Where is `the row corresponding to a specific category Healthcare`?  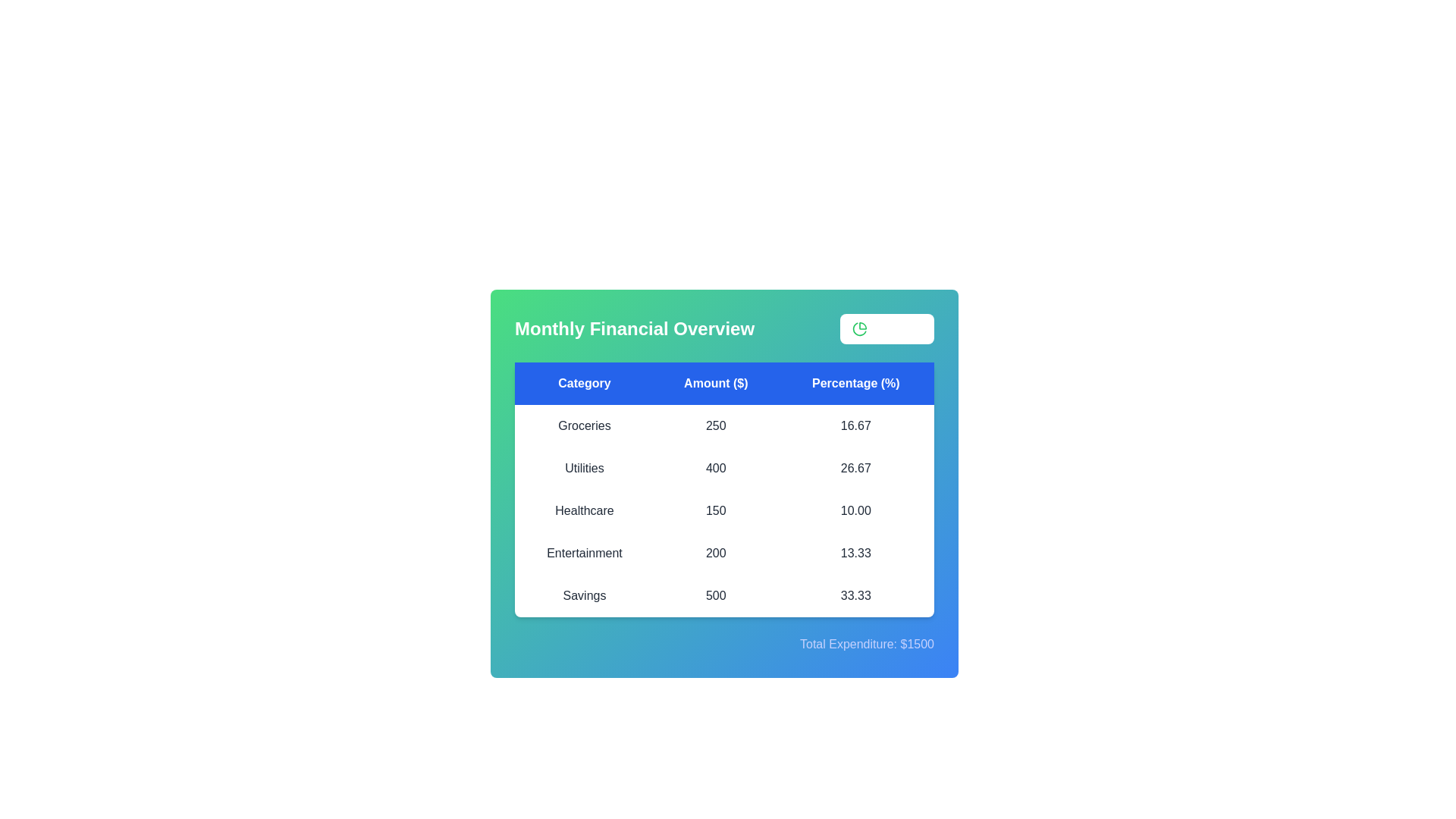 the row corresponding to a specific category Healthcare is located at coordinates (584, 511).